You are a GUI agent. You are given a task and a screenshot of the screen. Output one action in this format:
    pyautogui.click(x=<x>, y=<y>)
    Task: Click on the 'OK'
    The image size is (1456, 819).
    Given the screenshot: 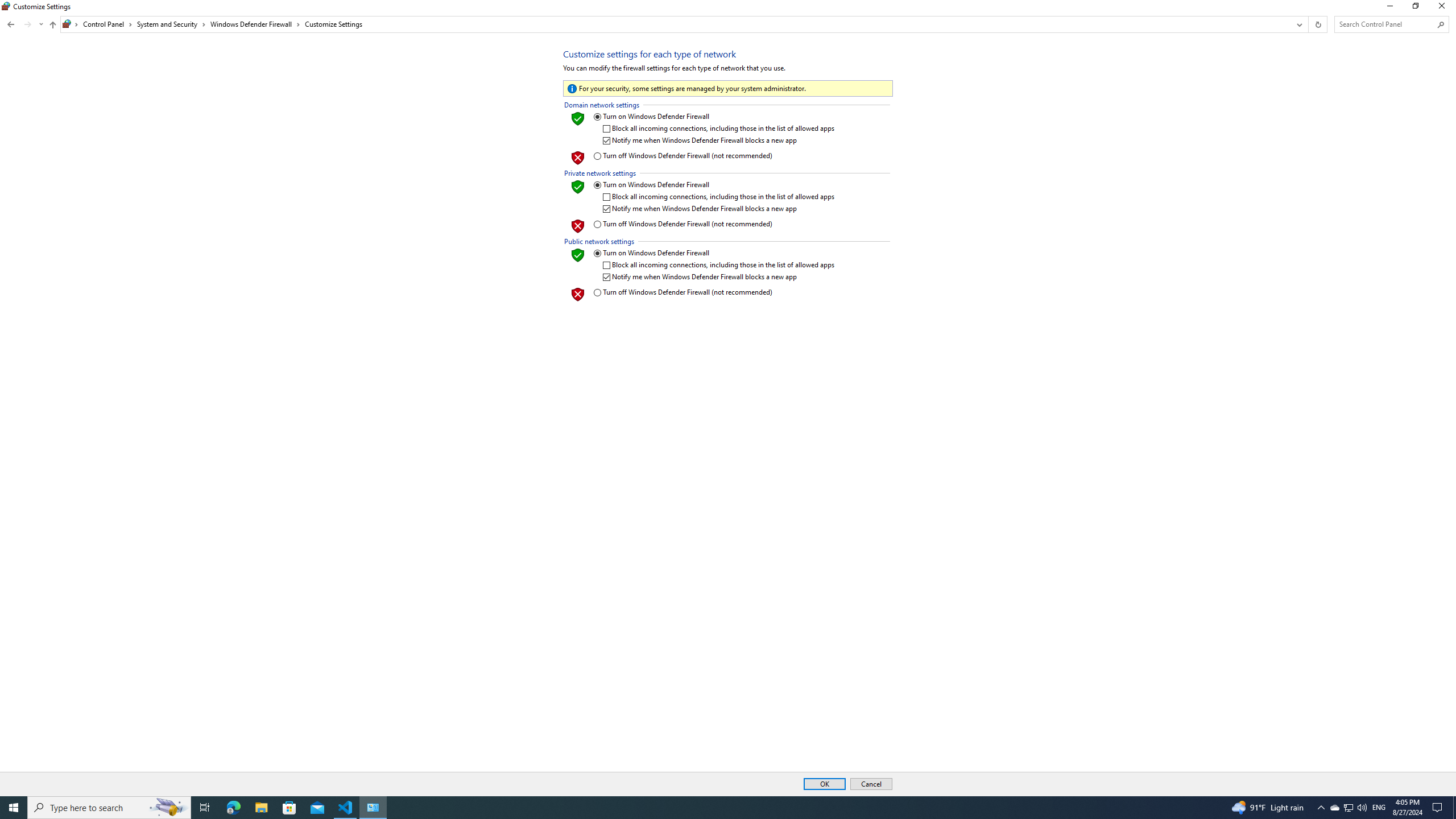 What is the action you would take?
    pyautogui.click(x=825, y=784)
    